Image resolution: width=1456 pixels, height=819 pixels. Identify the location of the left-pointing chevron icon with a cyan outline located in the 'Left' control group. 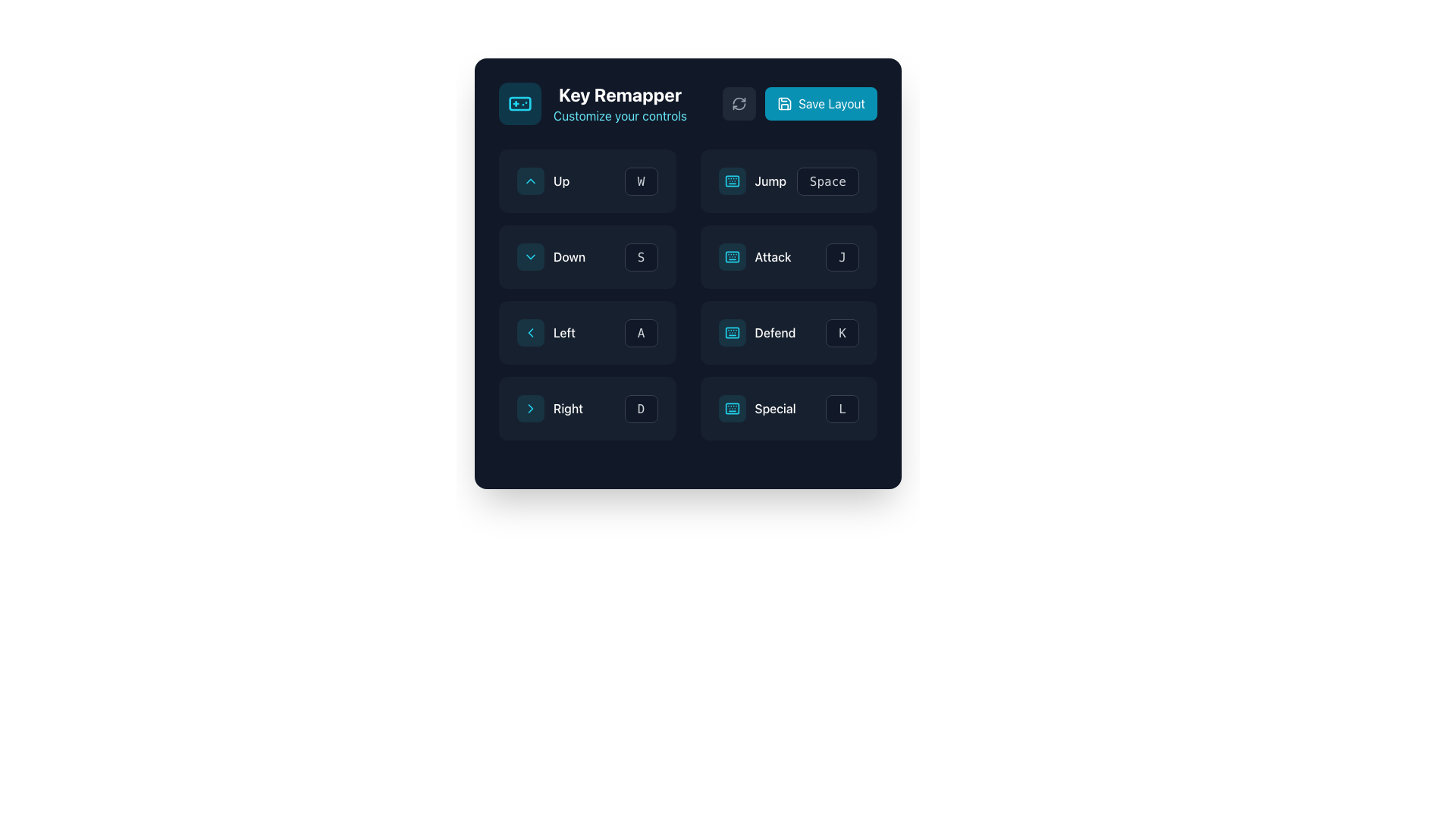
(531, 332).